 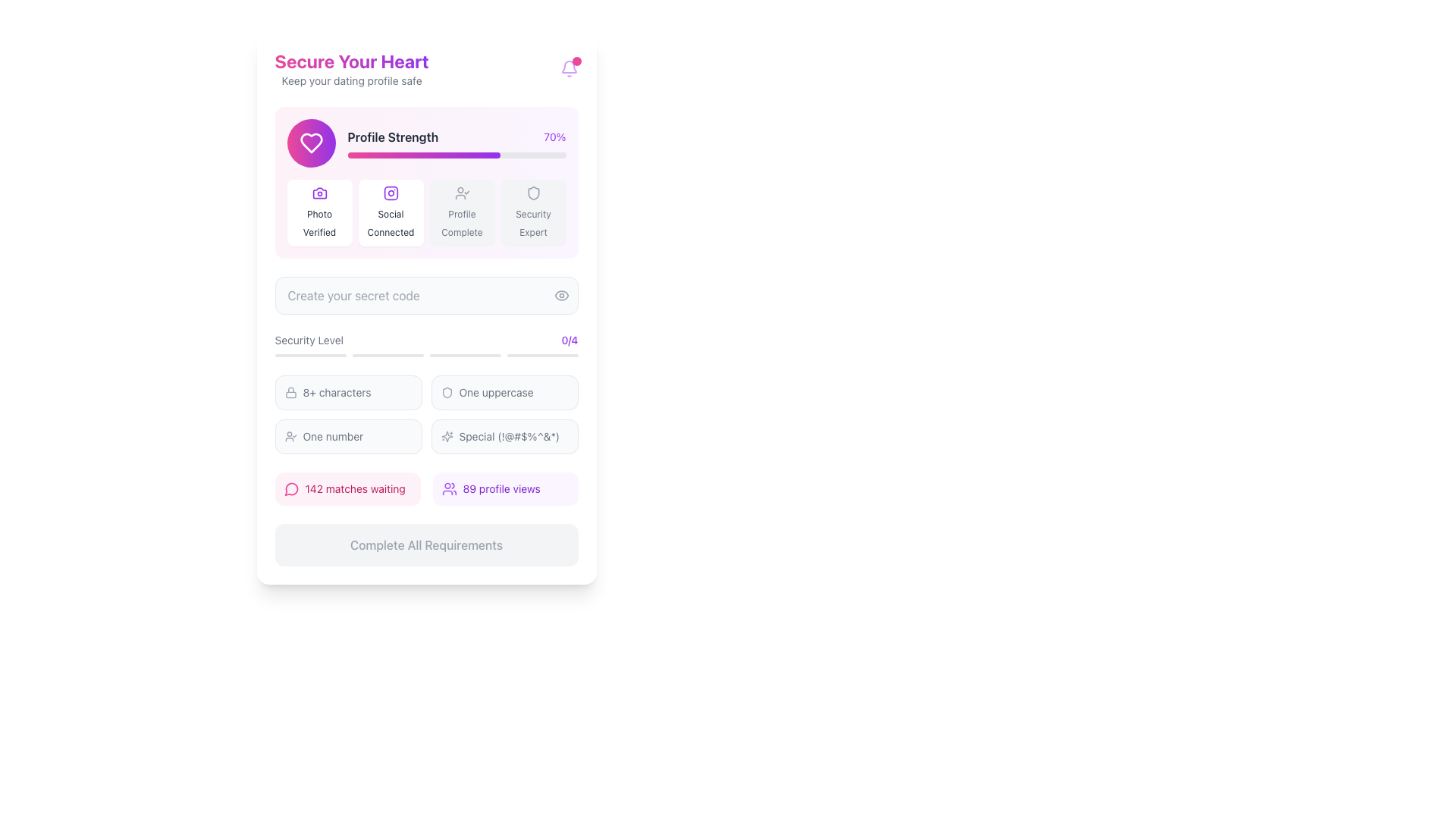 What do you see at coordinates (351, 81) in the screenshot?
I see `the text label that reads 'Keep your dating profile safe', which is a small gray font positioned directly below the bold header 'Secure Your Heart'` at bounding box center [351, 81].